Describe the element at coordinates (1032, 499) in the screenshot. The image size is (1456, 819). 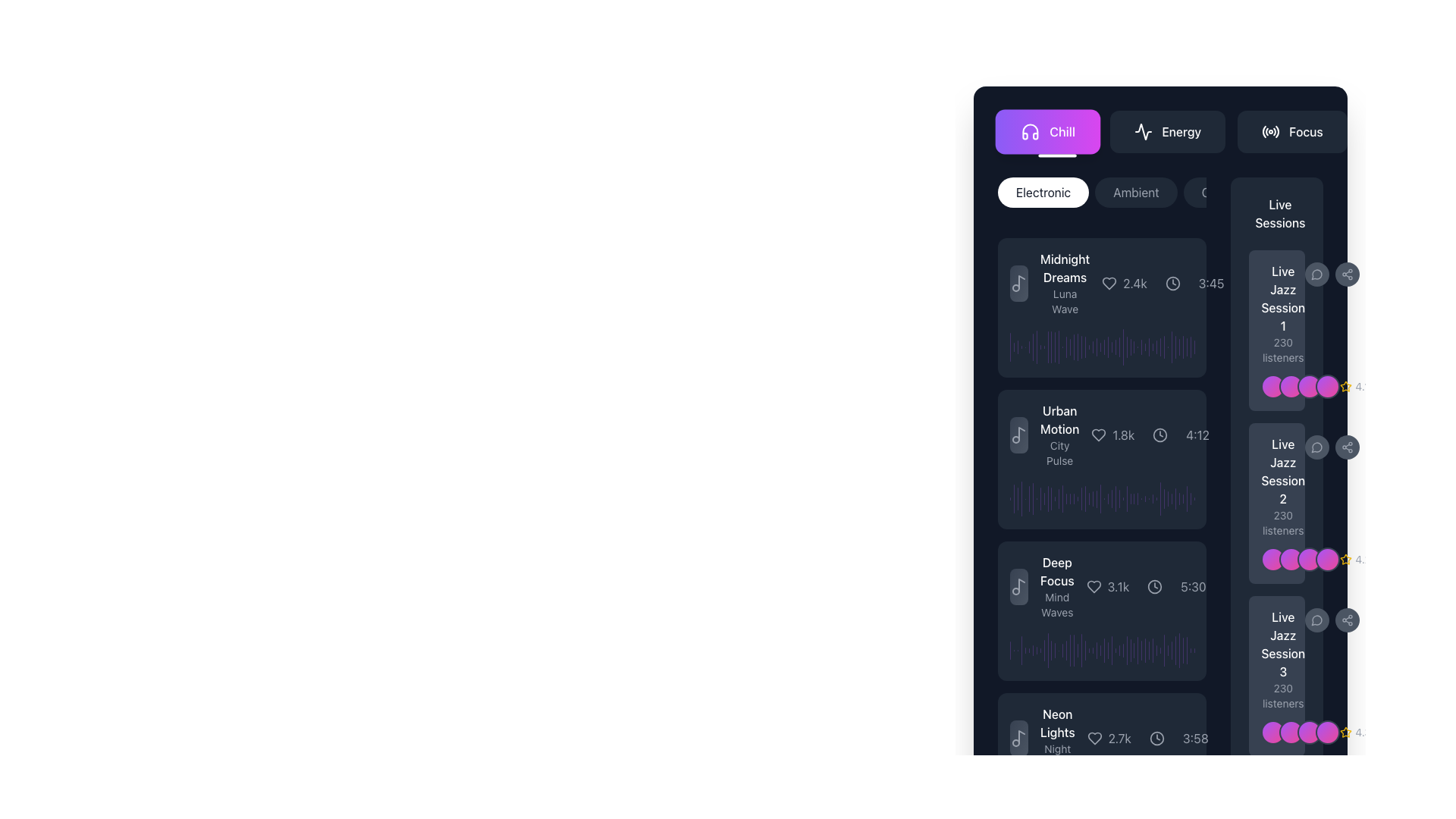
I see `the seventh vertical bar in the graphical distribution indicator set, located towards the center-right area of the interface` at that location.